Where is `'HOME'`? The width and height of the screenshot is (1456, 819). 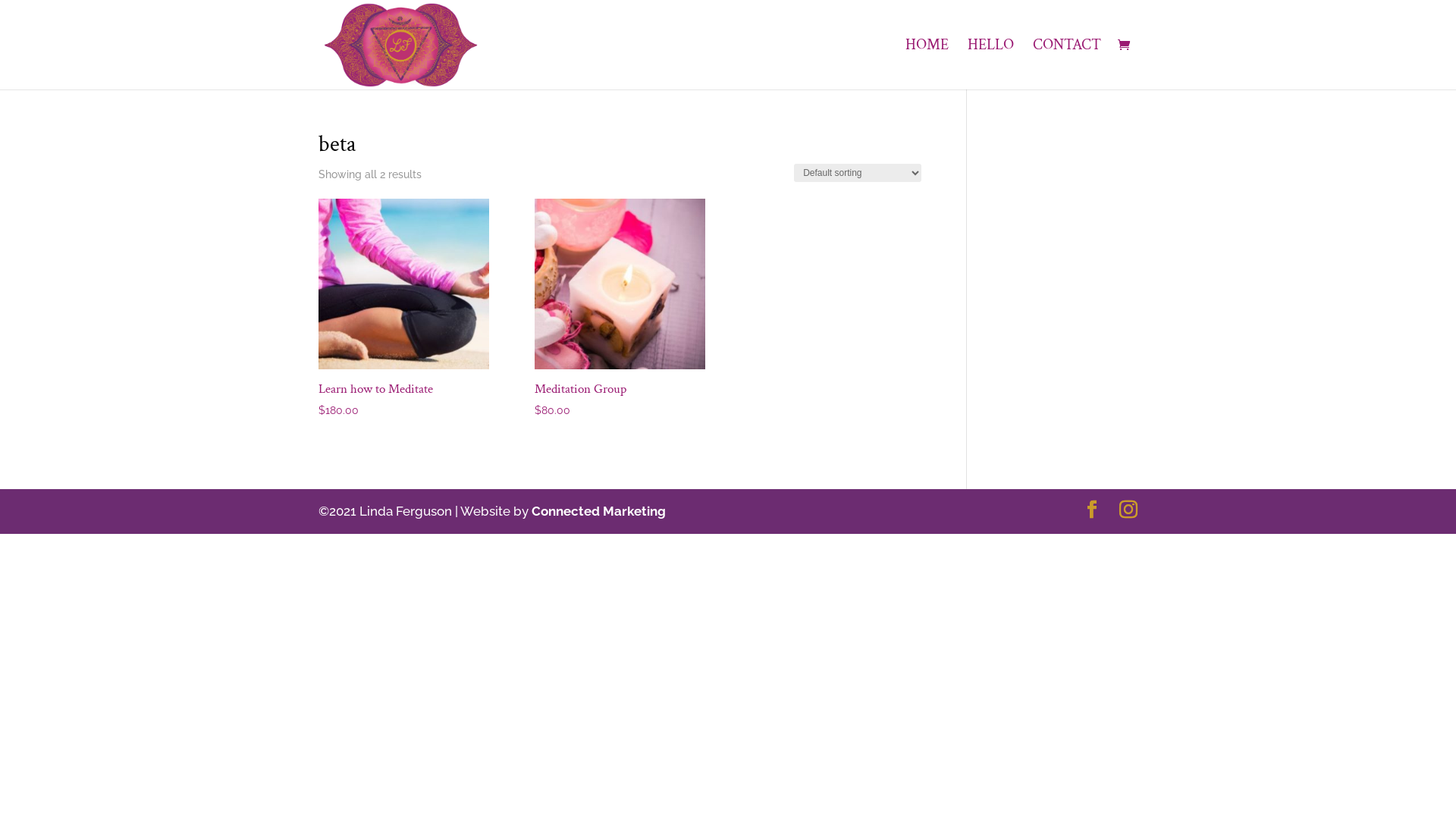 'HOME' is located at coordinates (926, 63).